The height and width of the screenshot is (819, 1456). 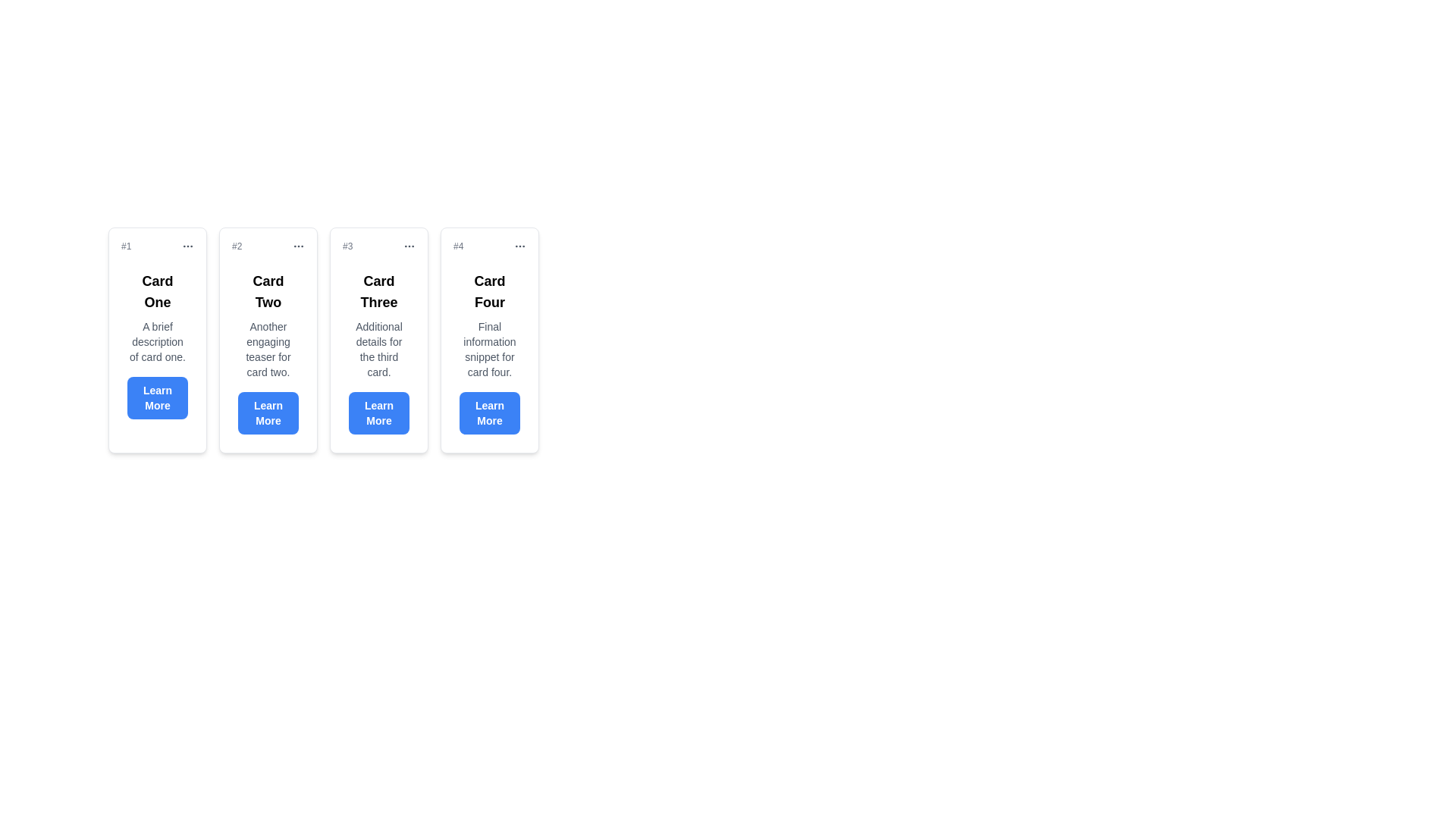 I want to click on the text label 'Card One' which is bold and larger than surrounding text, located at the top of the first card in a horizontal series of cards, so click(x=157, y=292).